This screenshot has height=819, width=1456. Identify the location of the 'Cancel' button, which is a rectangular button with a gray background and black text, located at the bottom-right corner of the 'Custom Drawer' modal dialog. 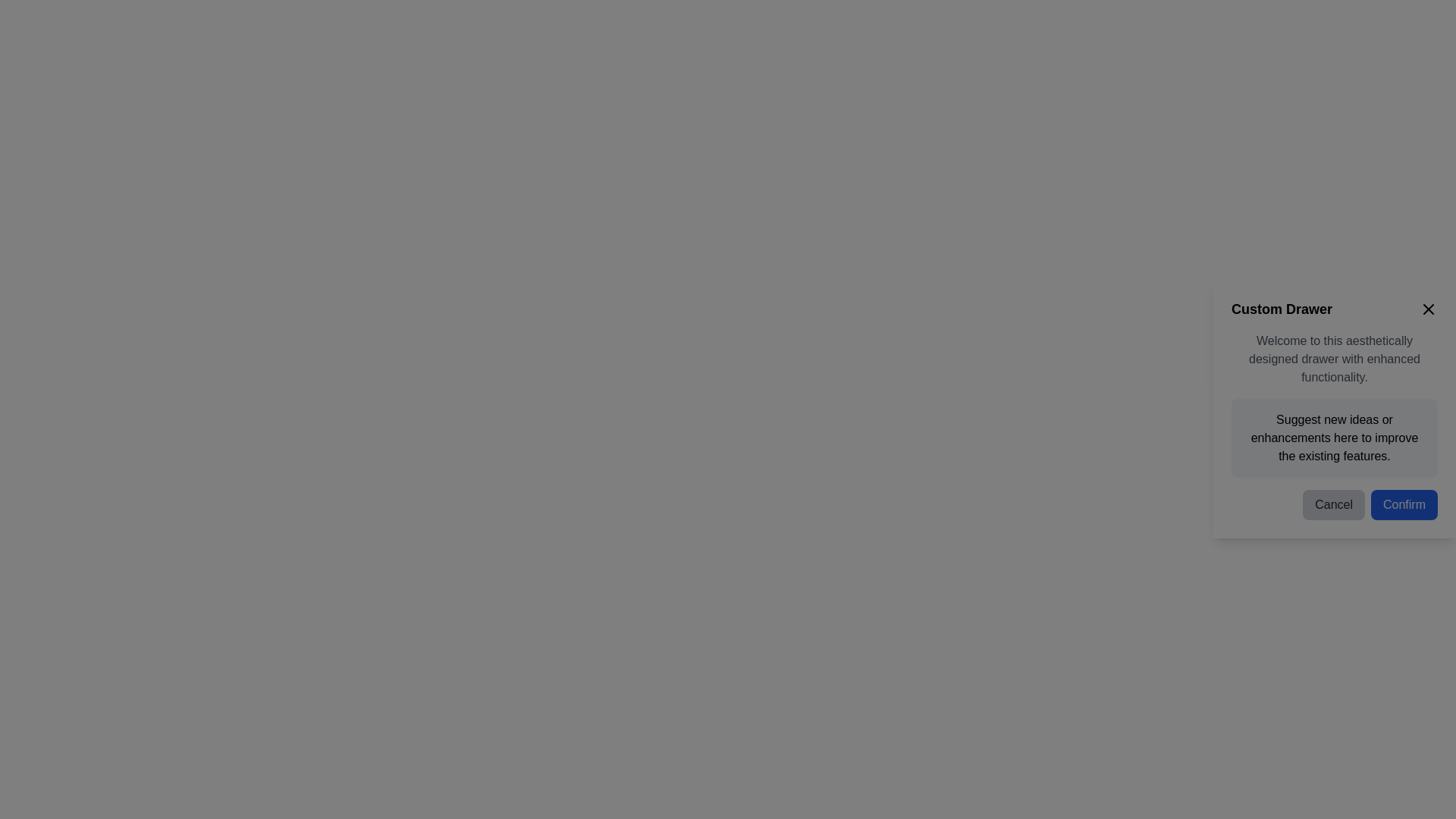
(1335, 499).